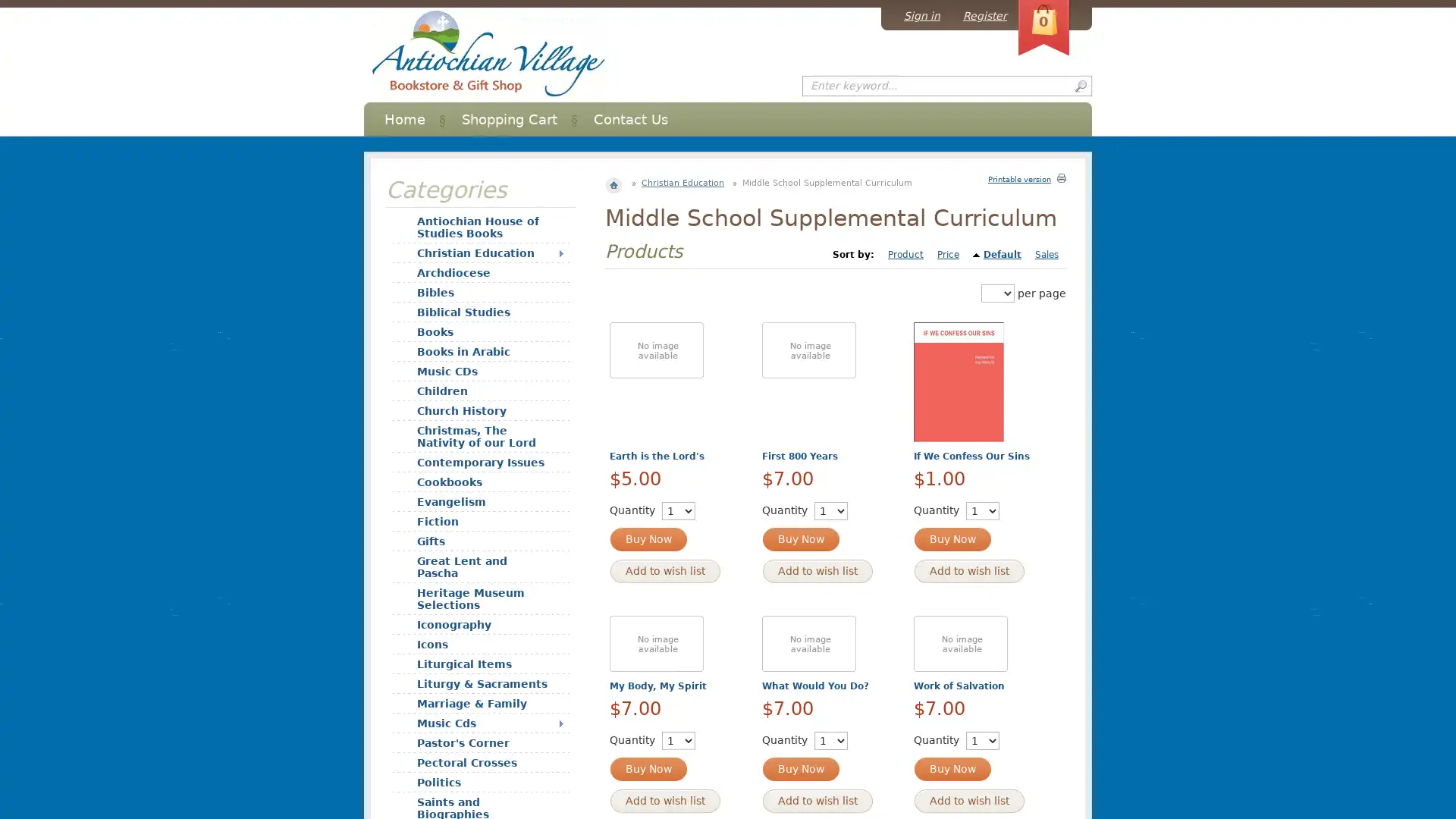 This screenshot has height=819, width=1456. What do you see at coordinates (665, 800) in the screenshot?
I see `Add to wish list` at bounding box center [665, 800].